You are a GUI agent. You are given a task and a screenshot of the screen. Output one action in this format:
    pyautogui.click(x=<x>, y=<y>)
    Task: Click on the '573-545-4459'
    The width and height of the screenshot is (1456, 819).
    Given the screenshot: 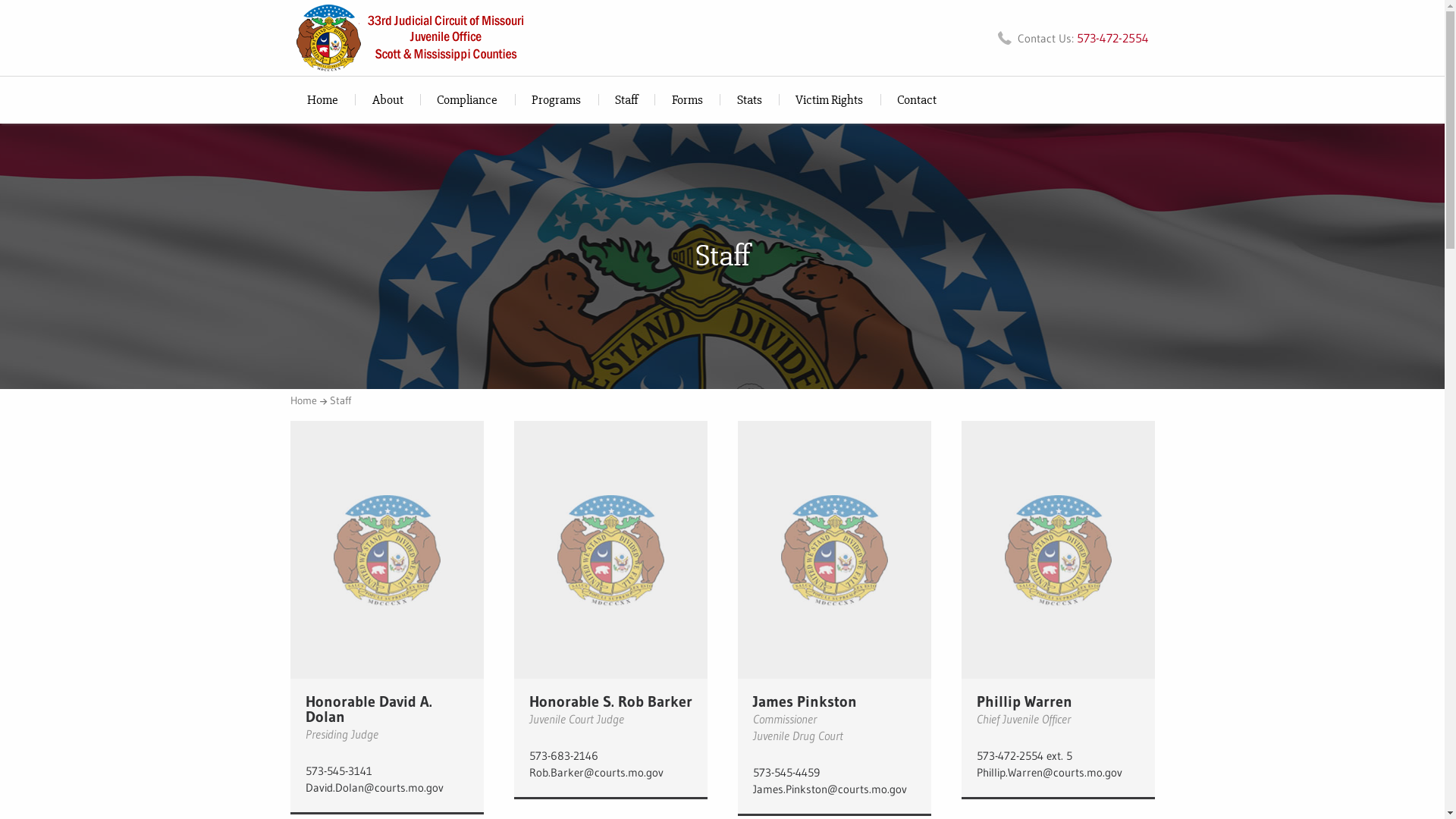 What is the action you would take?
    pyautogui.click(x=833, y=773)
    